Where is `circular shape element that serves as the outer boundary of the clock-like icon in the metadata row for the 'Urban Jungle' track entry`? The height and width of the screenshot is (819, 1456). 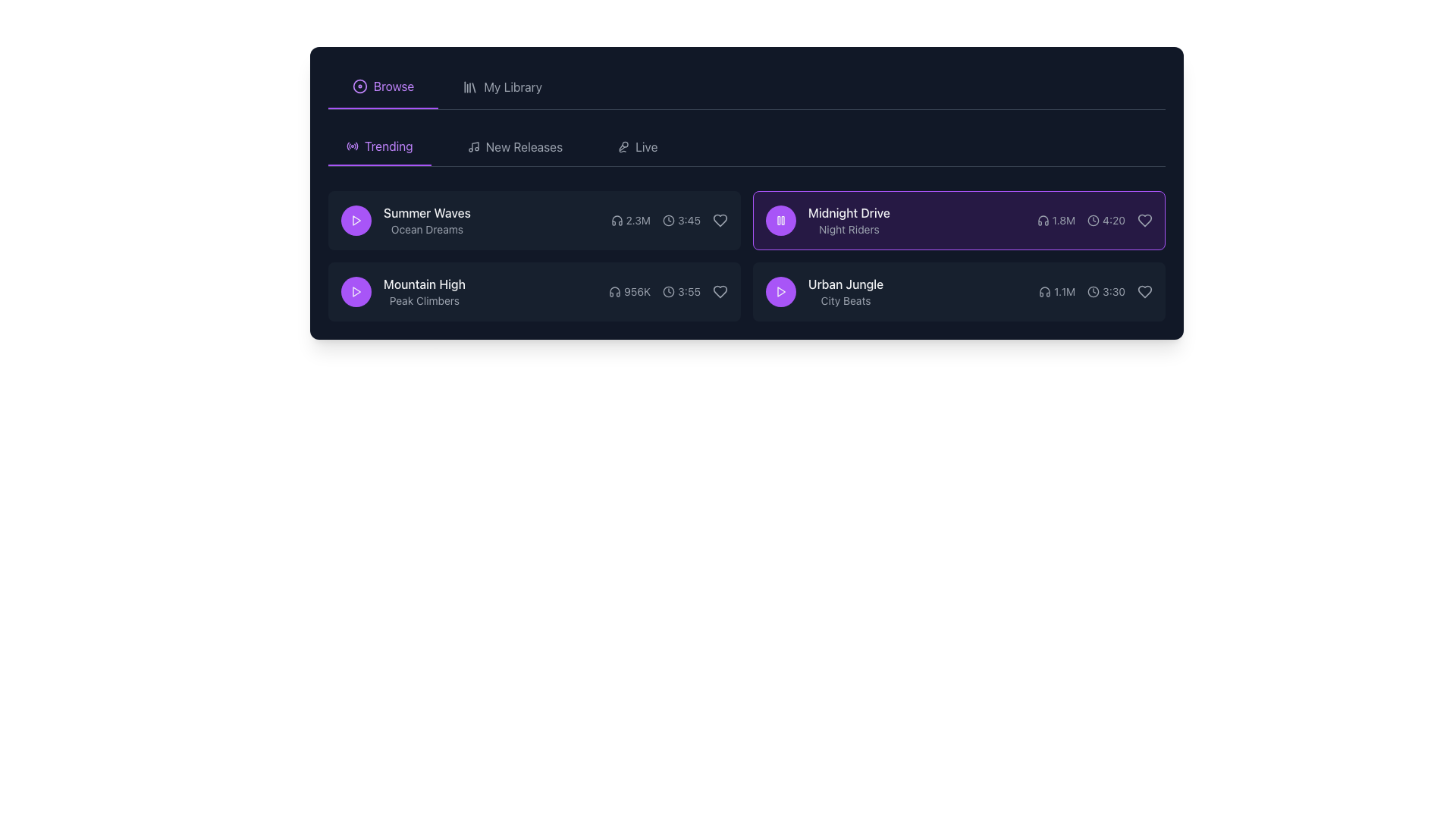 circular shape element that serves as the outer boundary of the clock-like icon in the metadata row for the 'Urban Jungle' track entry is located at coordinates (1094, 292).